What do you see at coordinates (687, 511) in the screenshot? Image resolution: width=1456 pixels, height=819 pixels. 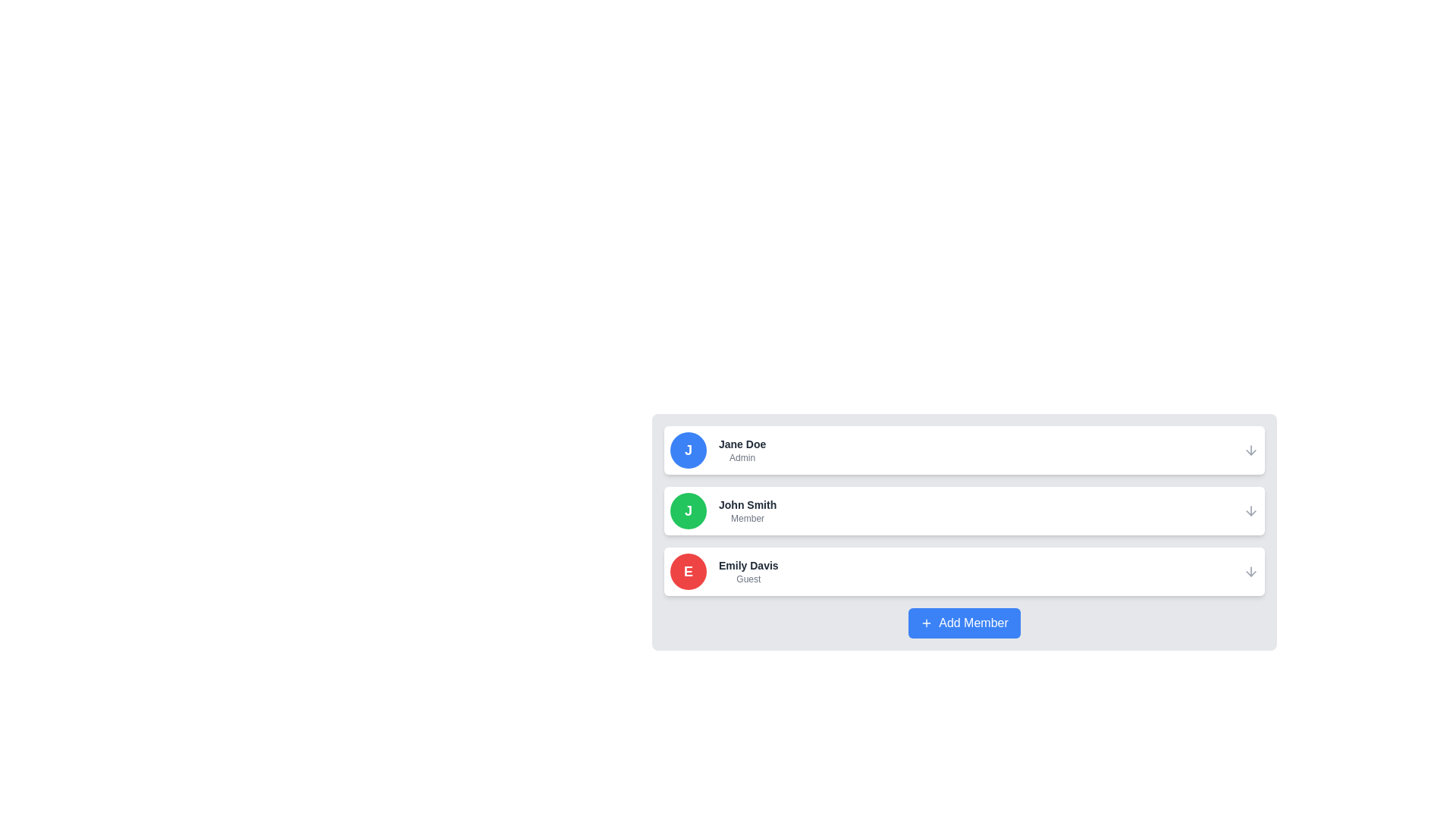 I see `the circular profile icon representing user 'John Smith', located on the left side of the second profile card in the central section of the interface` at bounding box center [687, 511].